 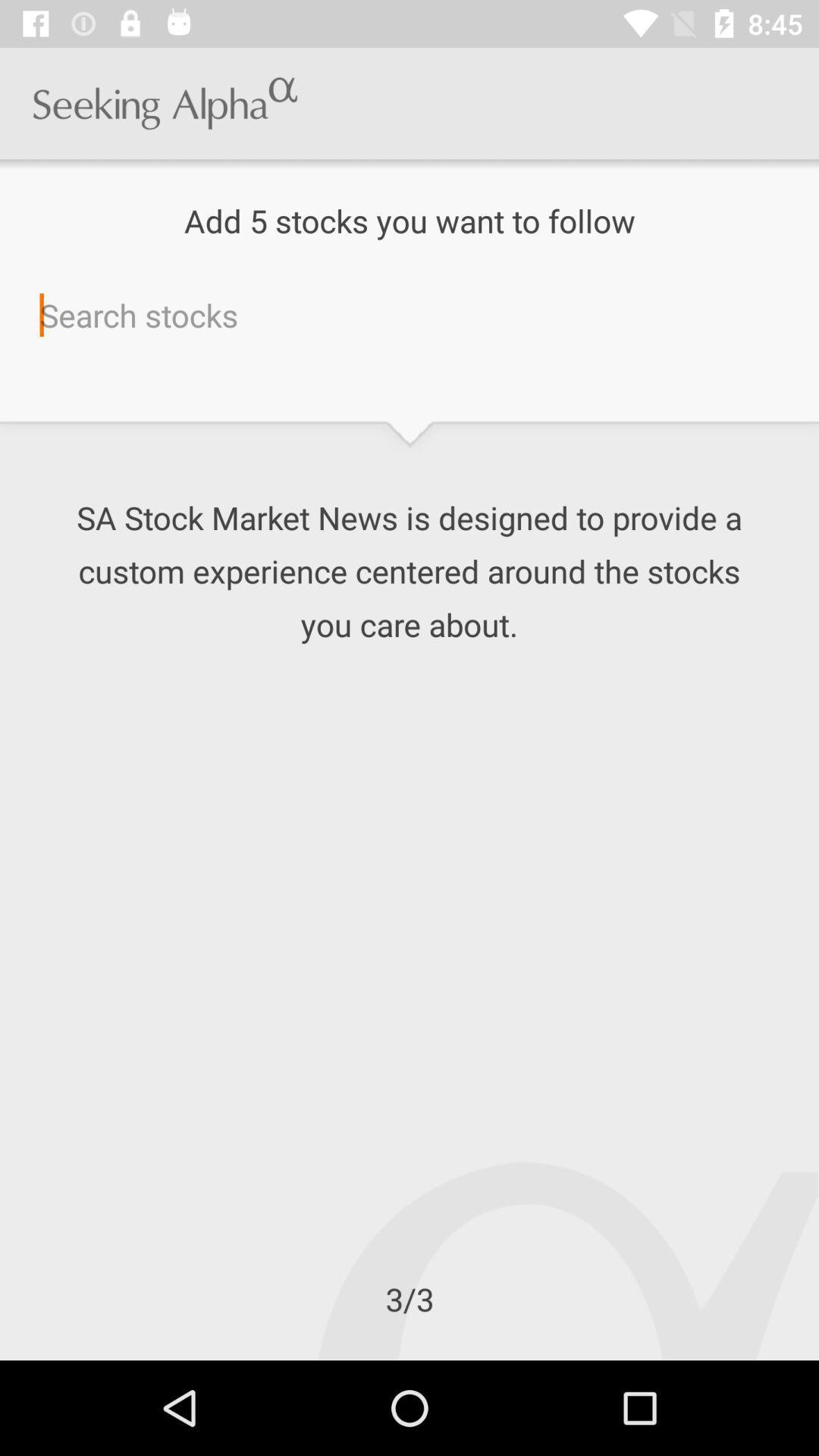 What do you see at coordinates (409, 314) in the screenshot?
I see `type stock name` at bounding box center [409, 314].